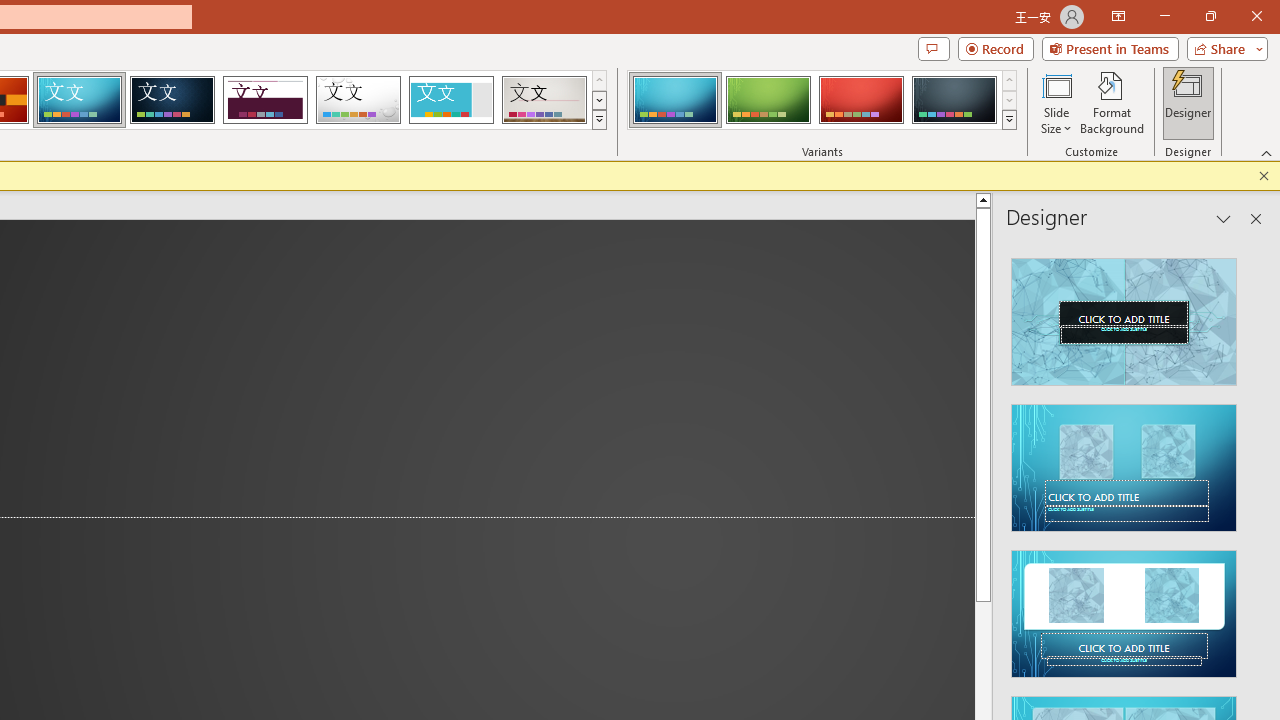 The height and width of the screenshot is (720, 1280). Describe the element at coordinates (264, 100) in the screenshot. I see `'Dividend'` at that location.